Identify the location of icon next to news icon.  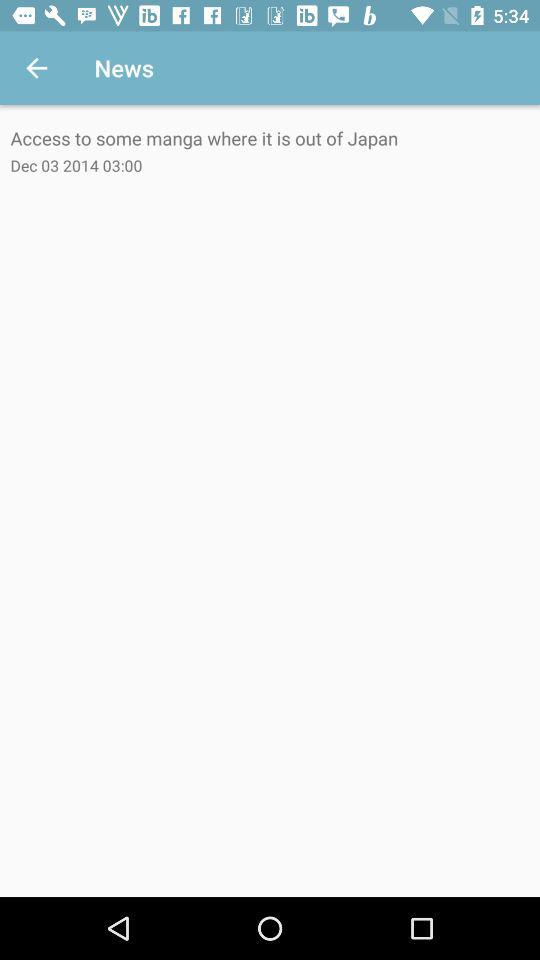
(36, 68).